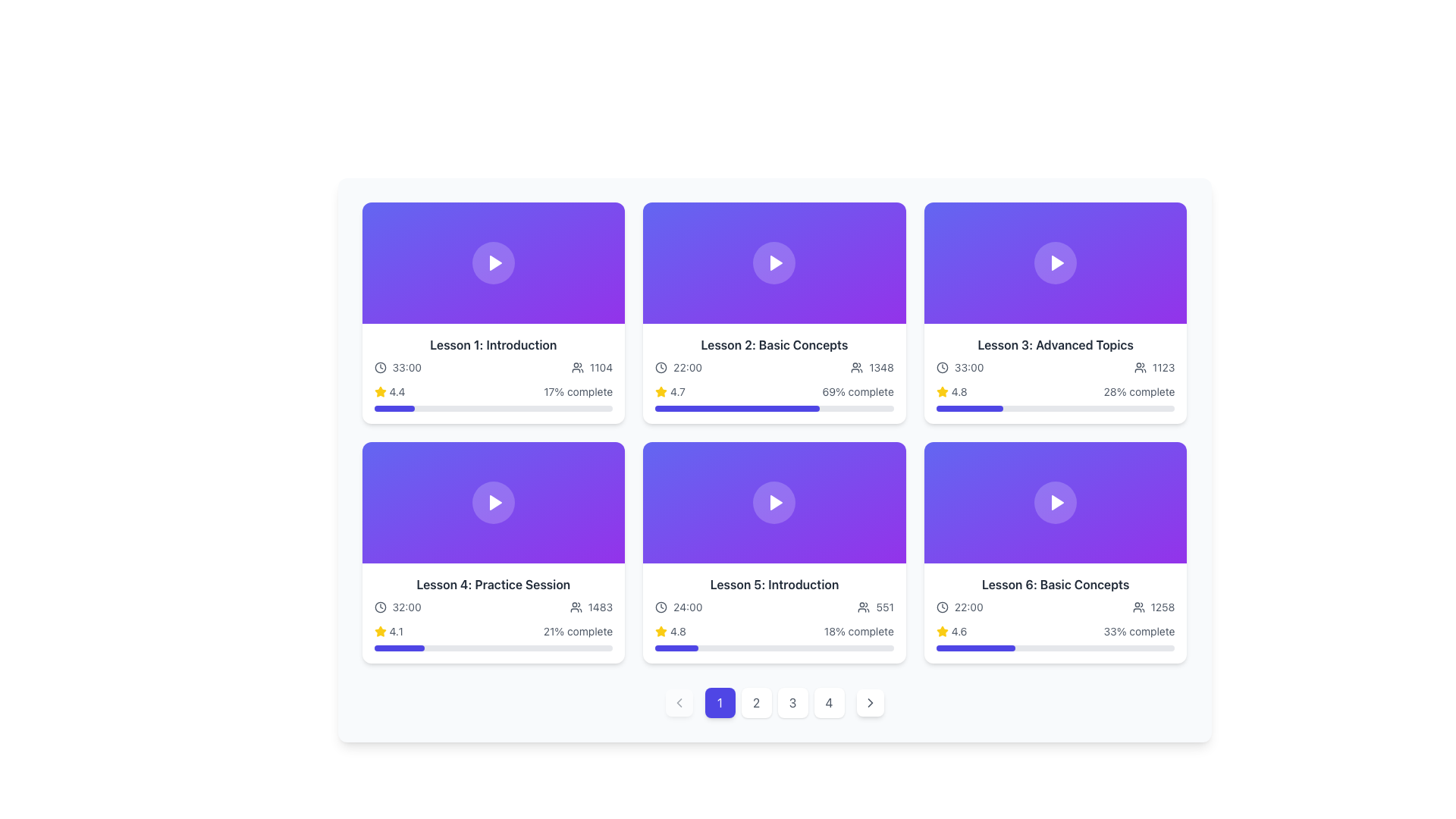  I want to click on the play button icon centered within the video preview of the 'Lesson 4: Practice Session' card, so click(495, 503).